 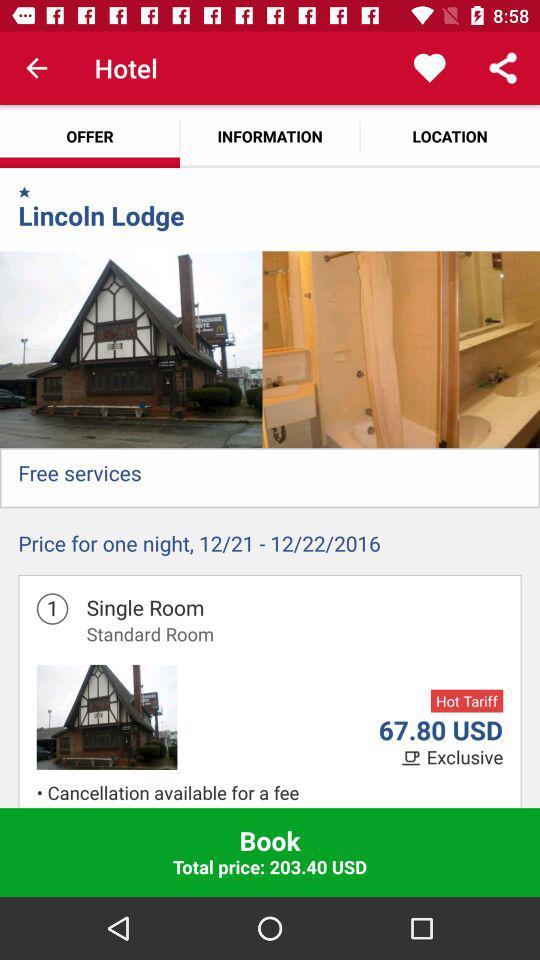 What do you see at coordinates (464, 757) in the screenshot?
I see `the exclusive icon` at bounding box center [464, 757].